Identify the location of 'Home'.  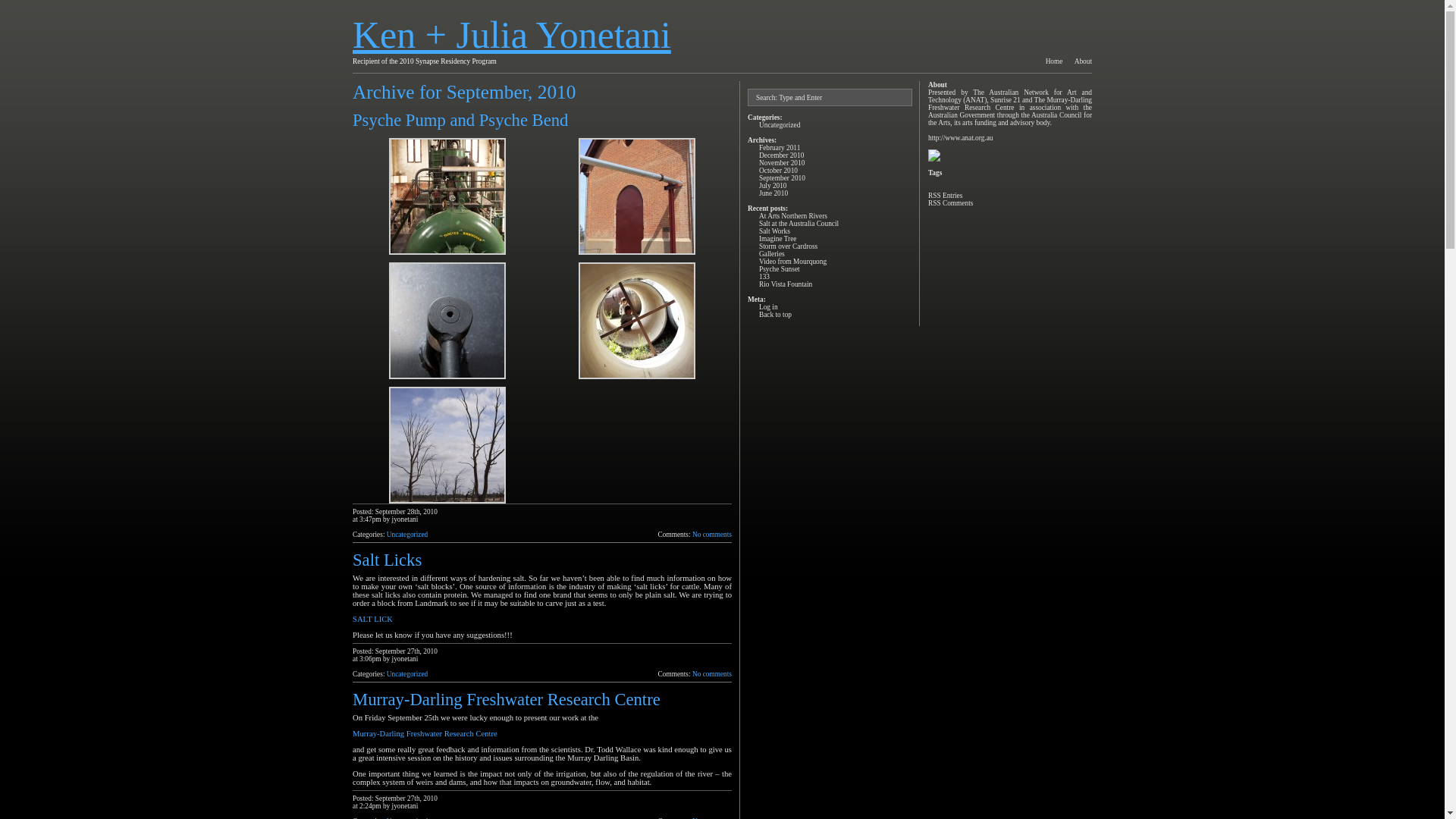
(1053, 61).